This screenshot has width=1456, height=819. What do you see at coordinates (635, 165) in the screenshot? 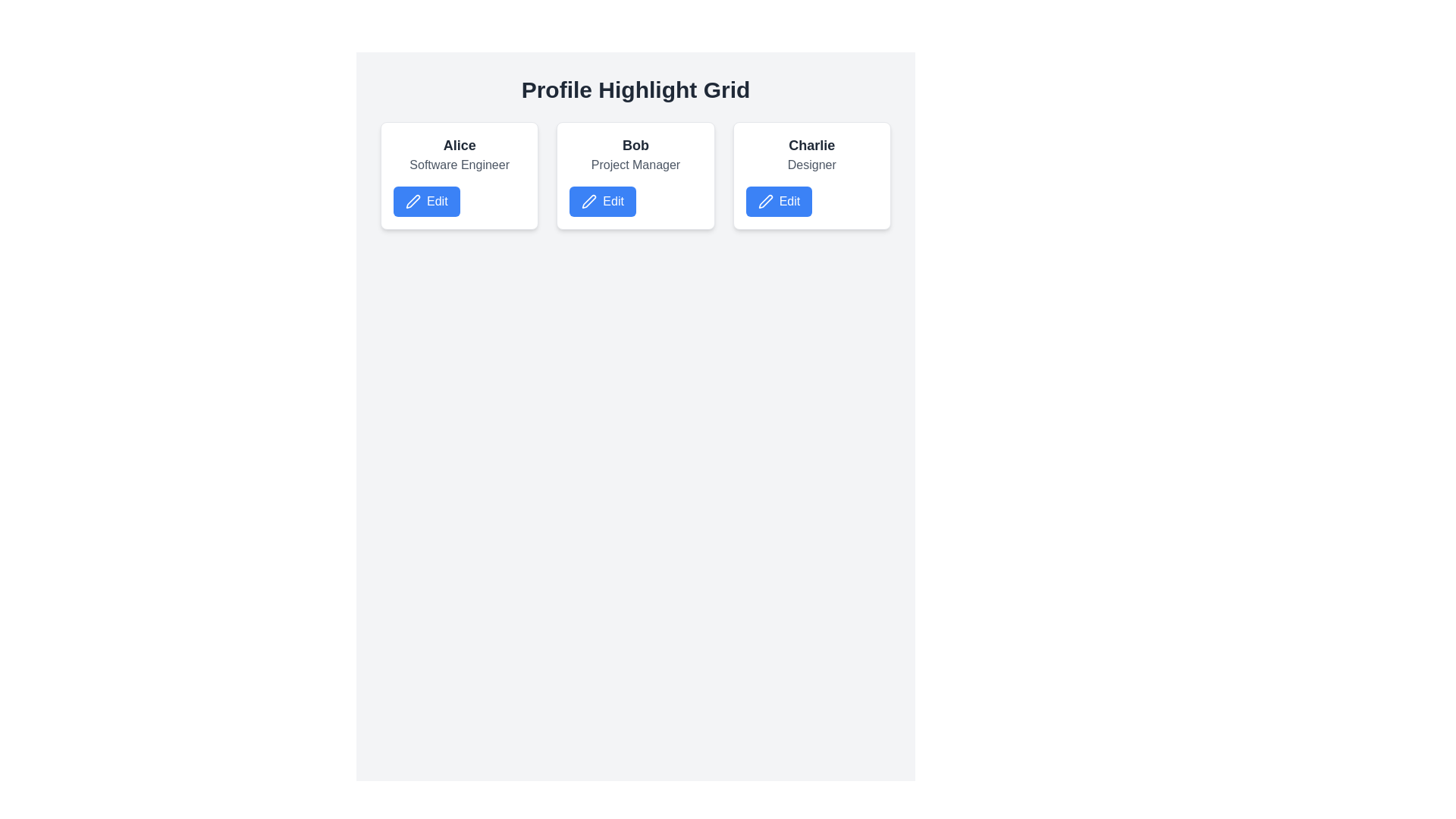
I see `the text label that indicates the job title 'Project Manager' associated with the user 'Bob', which is located within a user information card, positioned below 'Bob' and above the 'Edit' button` at bounding box center [635, 165].